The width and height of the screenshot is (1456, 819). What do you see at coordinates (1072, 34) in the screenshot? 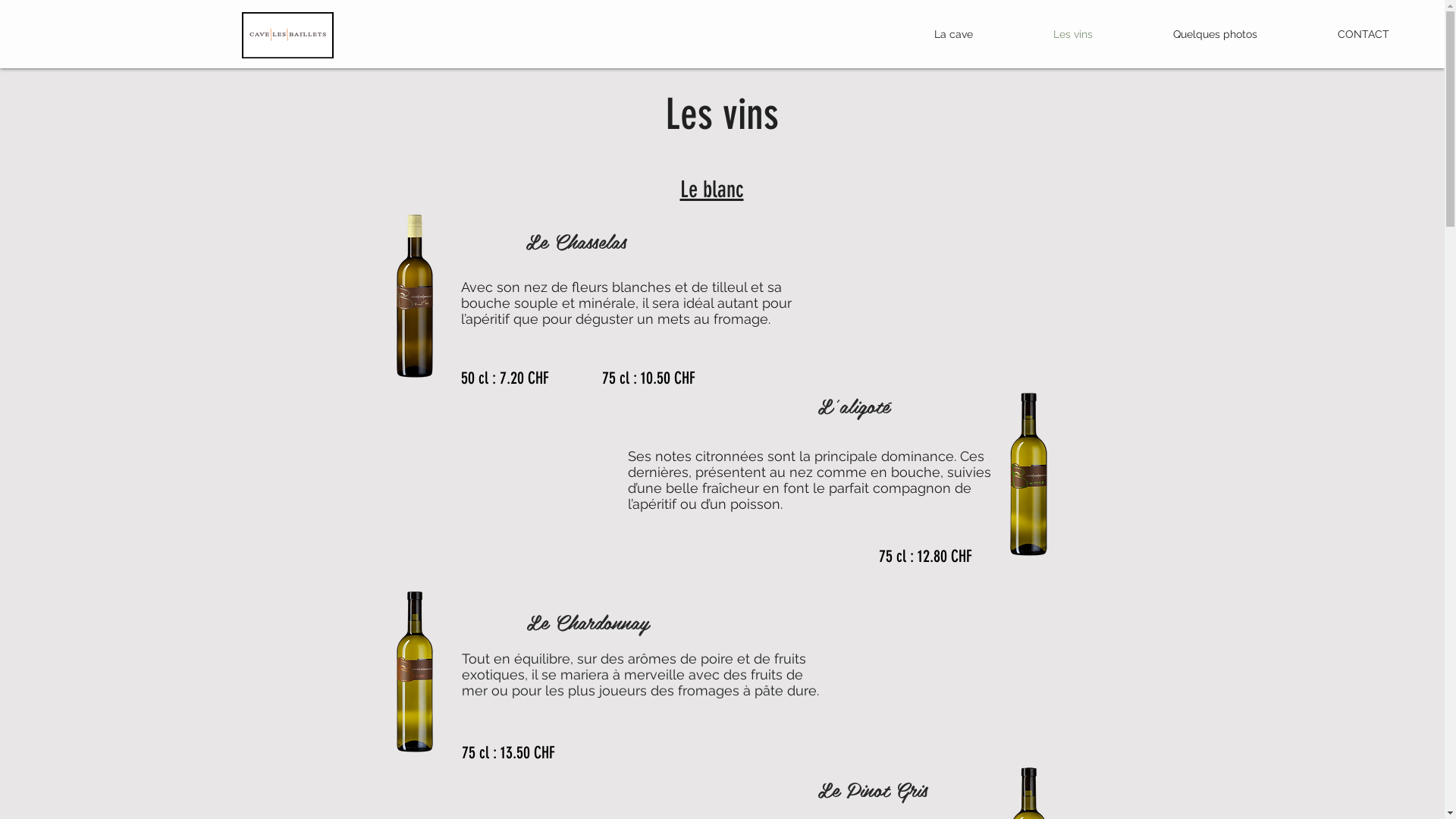
I see `'Les vins'` at bounding box center [1072, 34].